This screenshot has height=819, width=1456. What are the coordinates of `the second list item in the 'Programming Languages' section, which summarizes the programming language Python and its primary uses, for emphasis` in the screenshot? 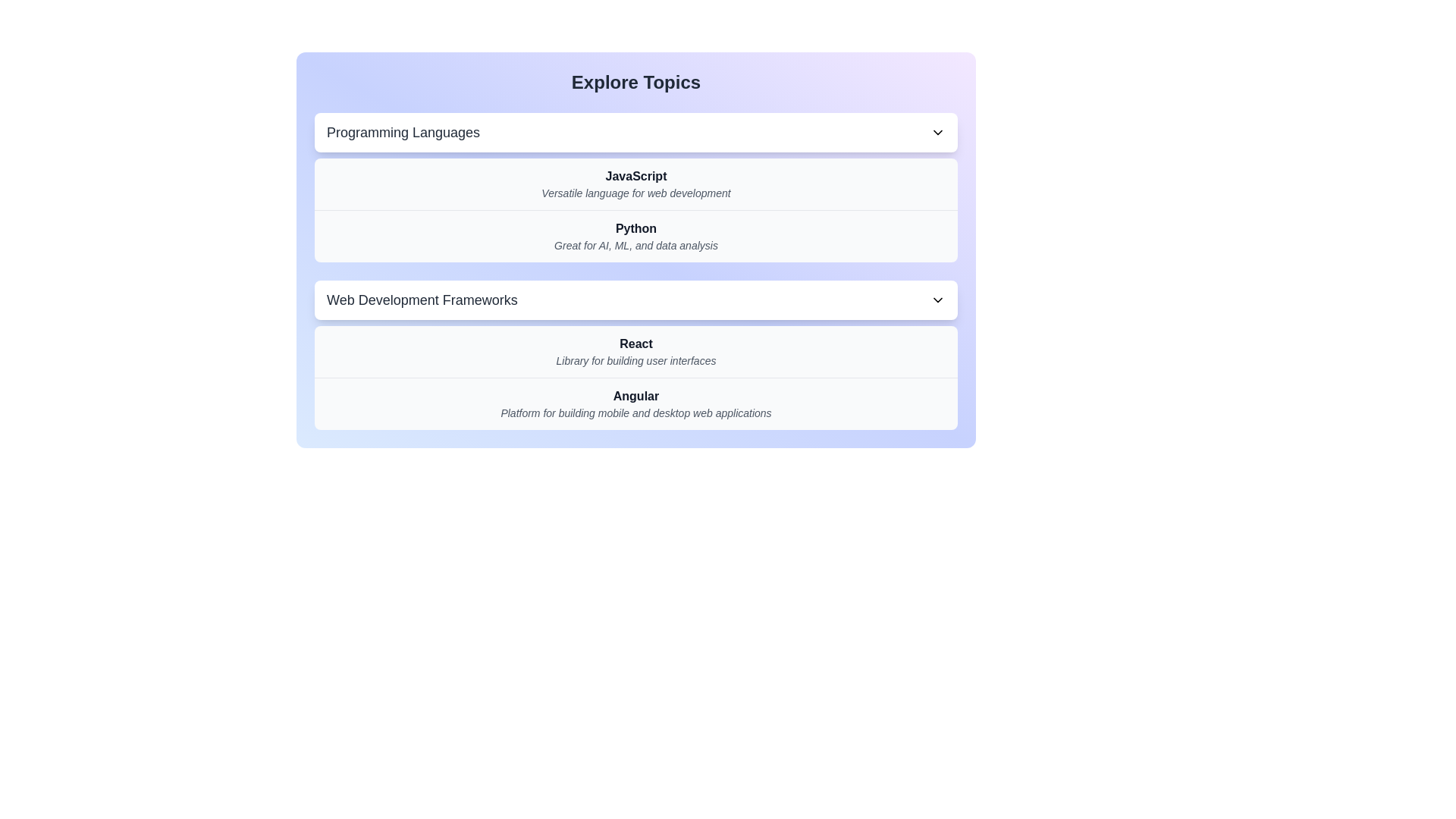 It's located at (636, 236).